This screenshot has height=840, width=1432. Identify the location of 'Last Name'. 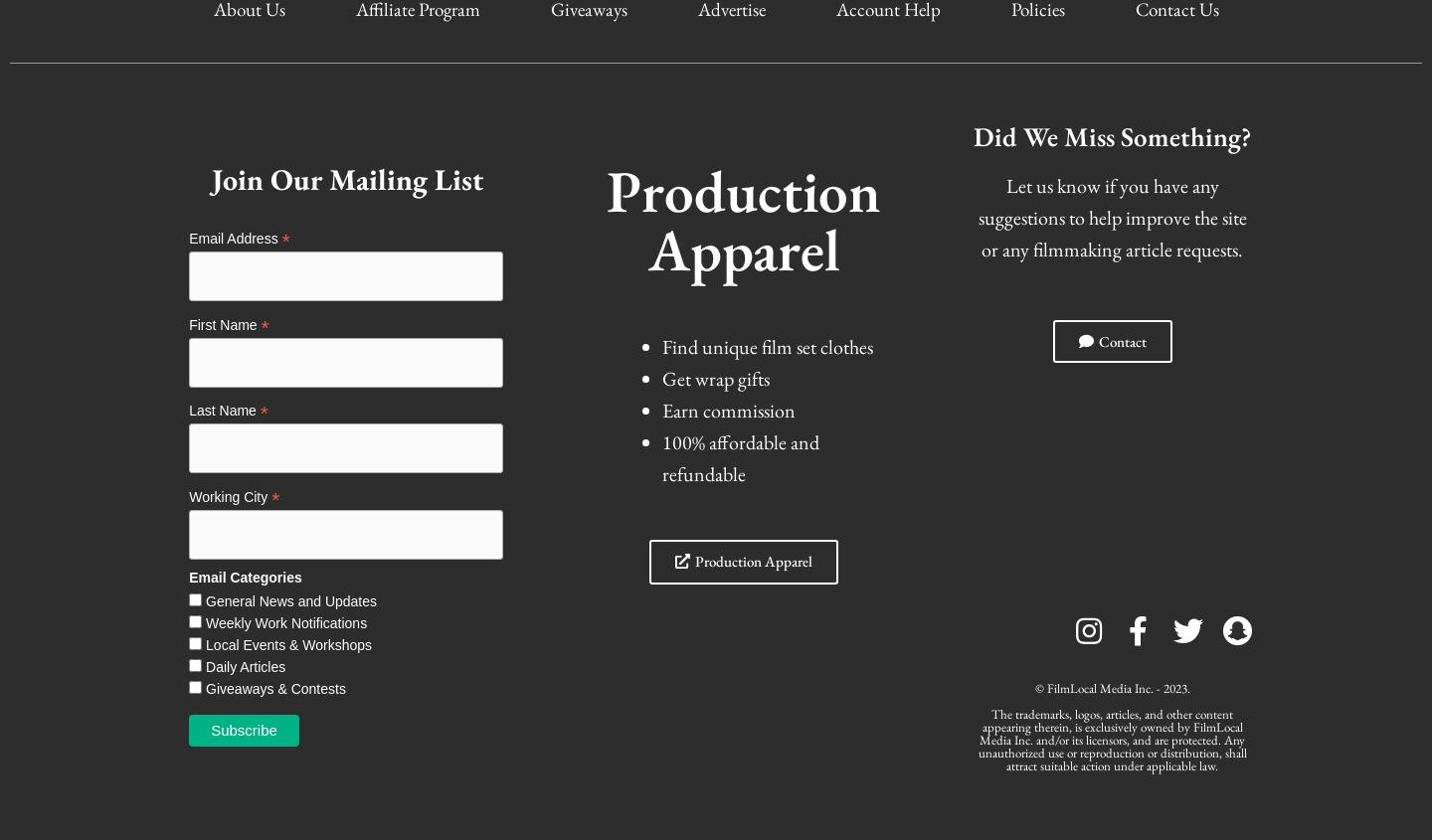
(222, 410).